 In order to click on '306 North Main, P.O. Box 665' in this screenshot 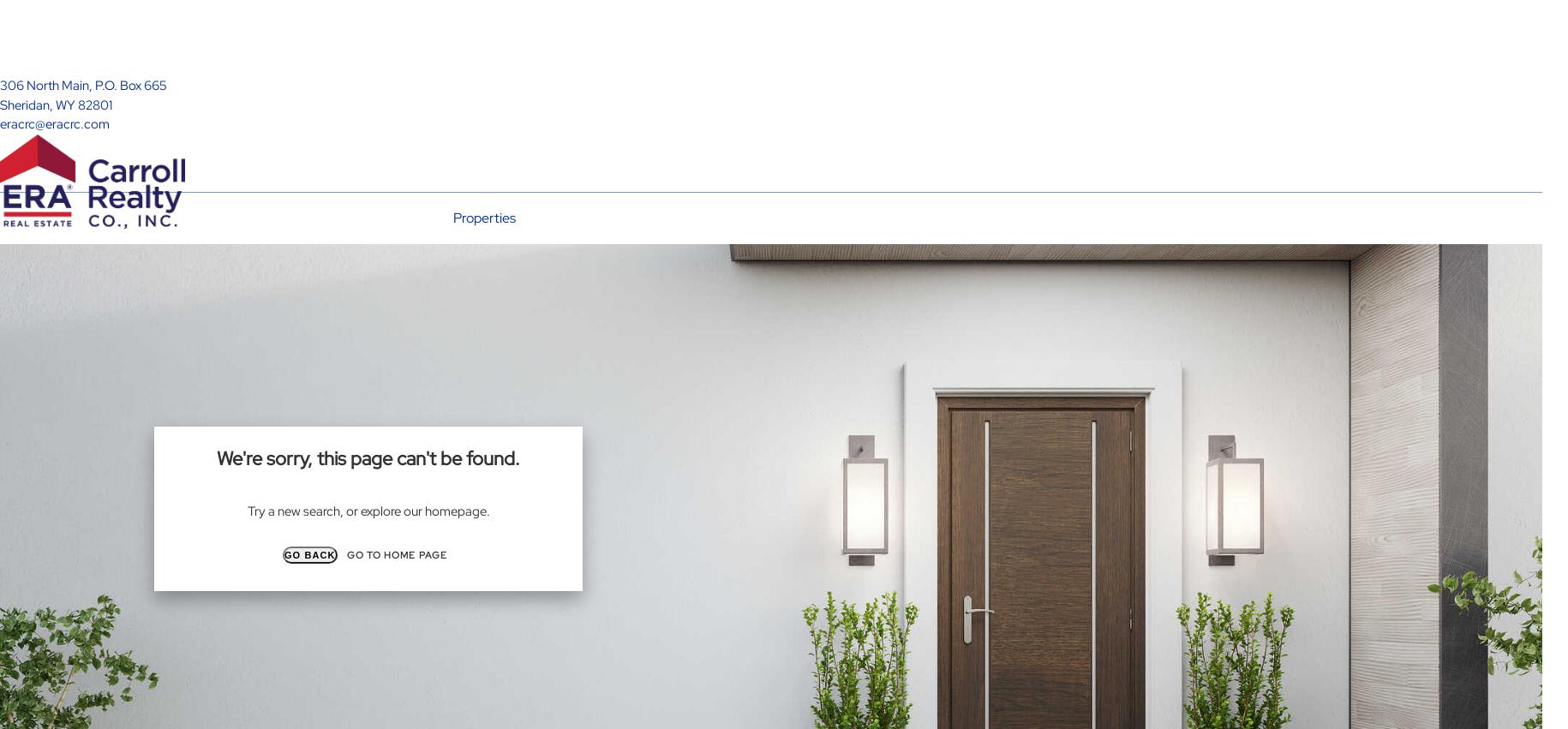, I will do `click(83, 84)`.